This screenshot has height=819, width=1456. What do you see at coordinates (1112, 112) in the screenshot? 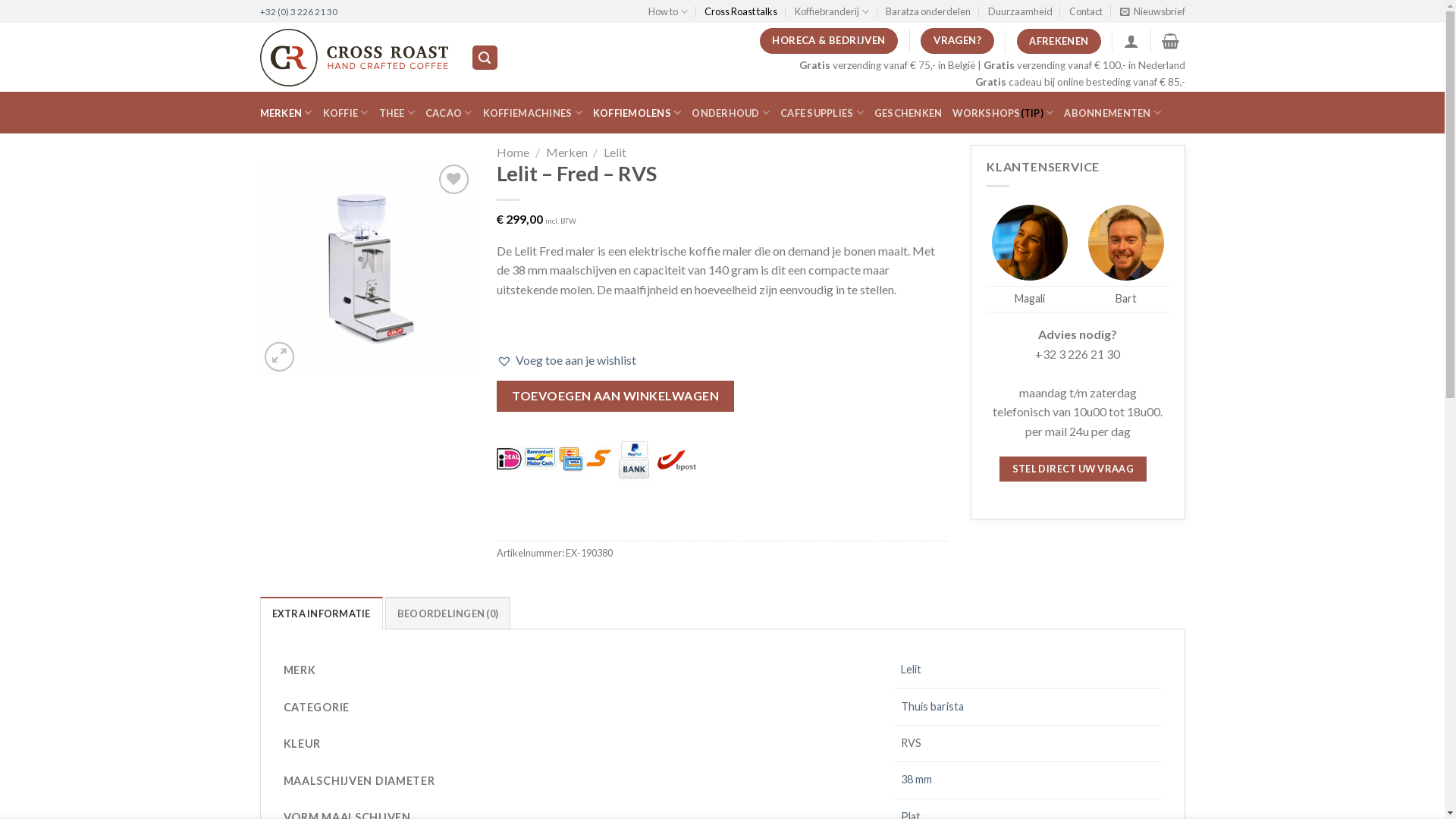
I see `'ABONNEMENTEN'` at bounding box center [1112, 112].